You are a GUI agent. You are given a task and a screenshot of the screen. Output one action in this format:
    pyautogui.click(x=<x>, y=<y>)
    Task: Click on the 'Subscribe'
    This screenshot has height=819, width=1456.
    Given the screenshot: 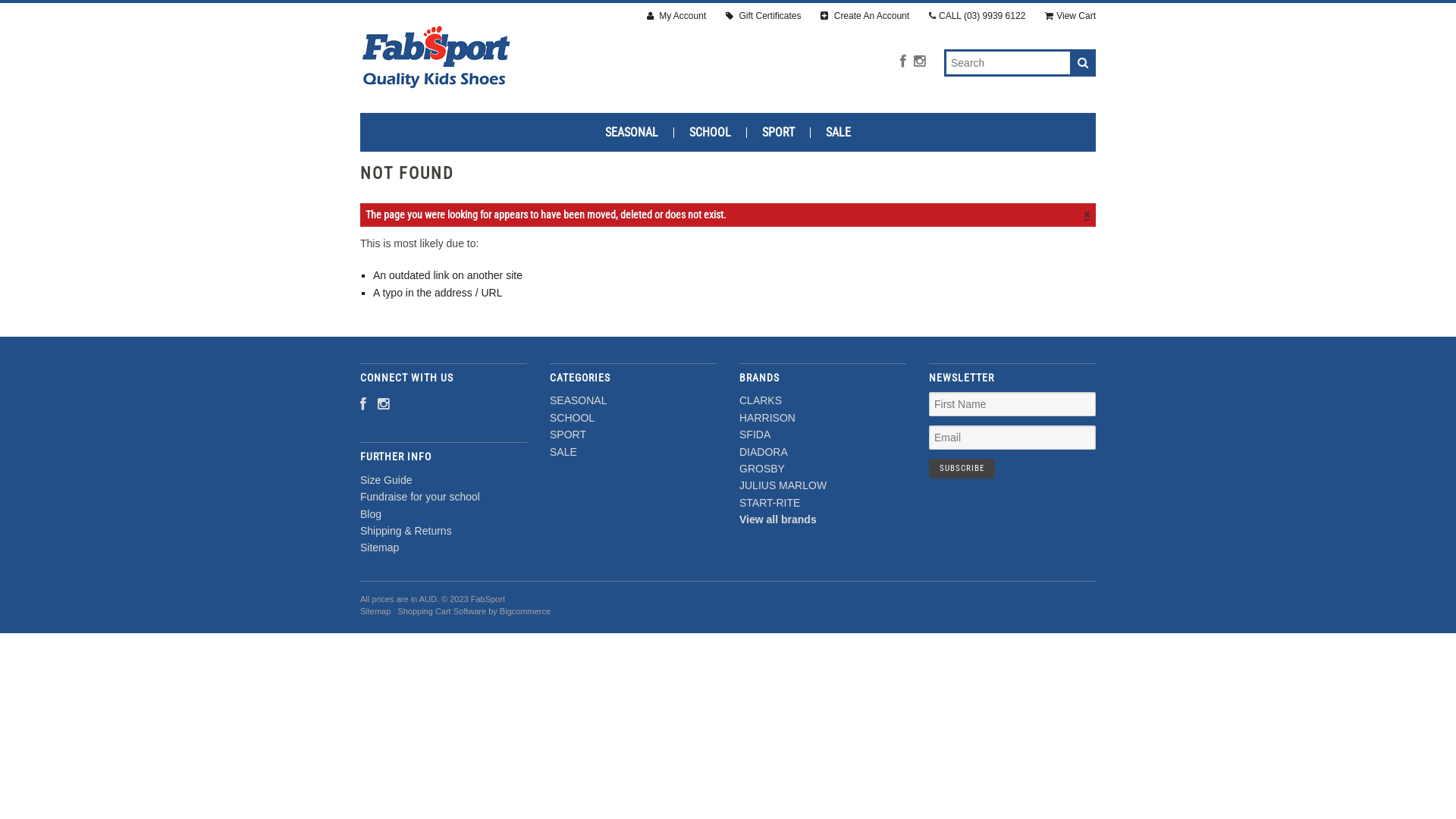 What is the action you would take?
    pyautogui.click(x=961, y=467)
    